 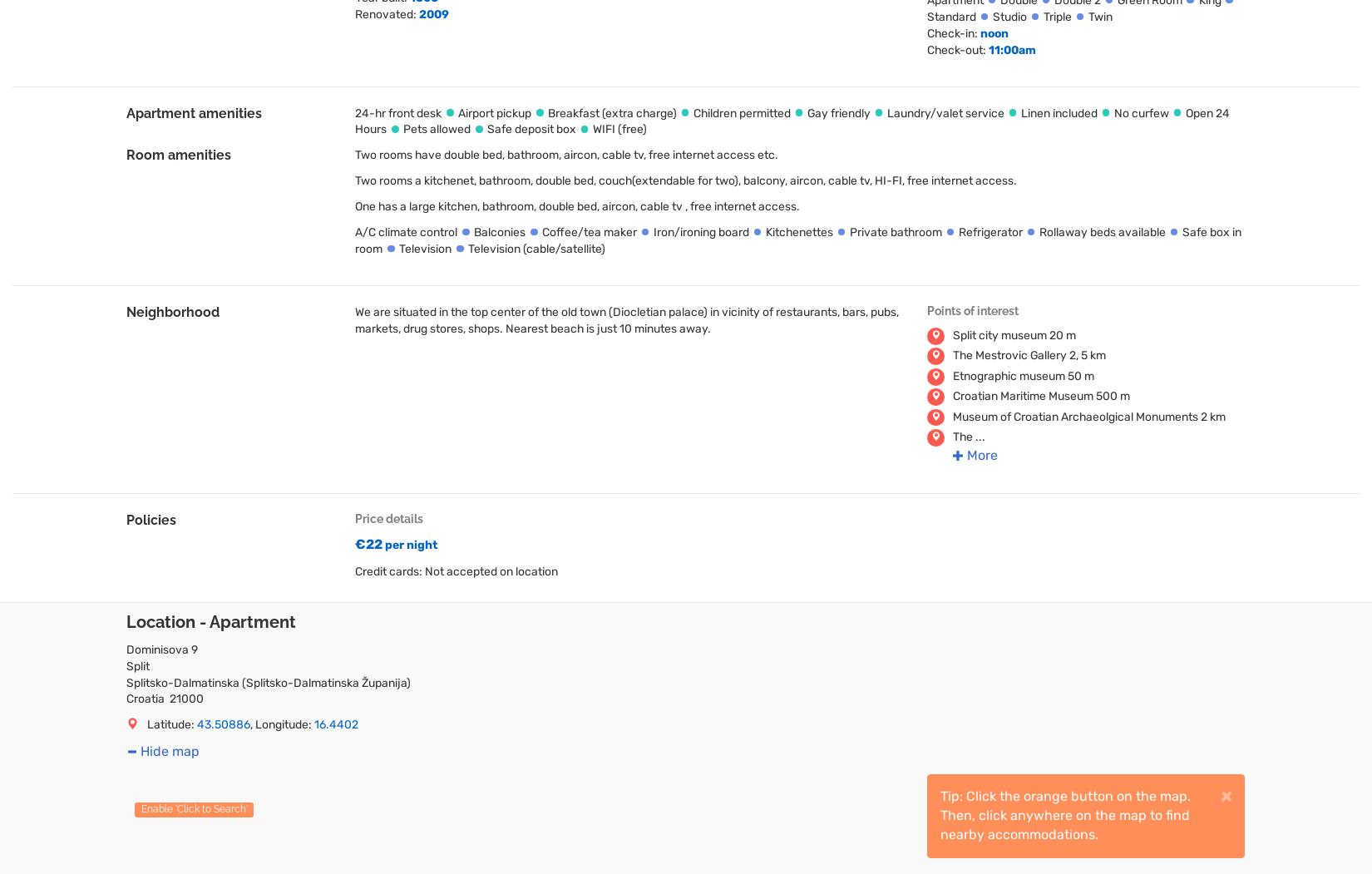 What do you see at coordinates (387, 517) in the screenshot?
I see `'Price details'` at bounding box center [387, 517].